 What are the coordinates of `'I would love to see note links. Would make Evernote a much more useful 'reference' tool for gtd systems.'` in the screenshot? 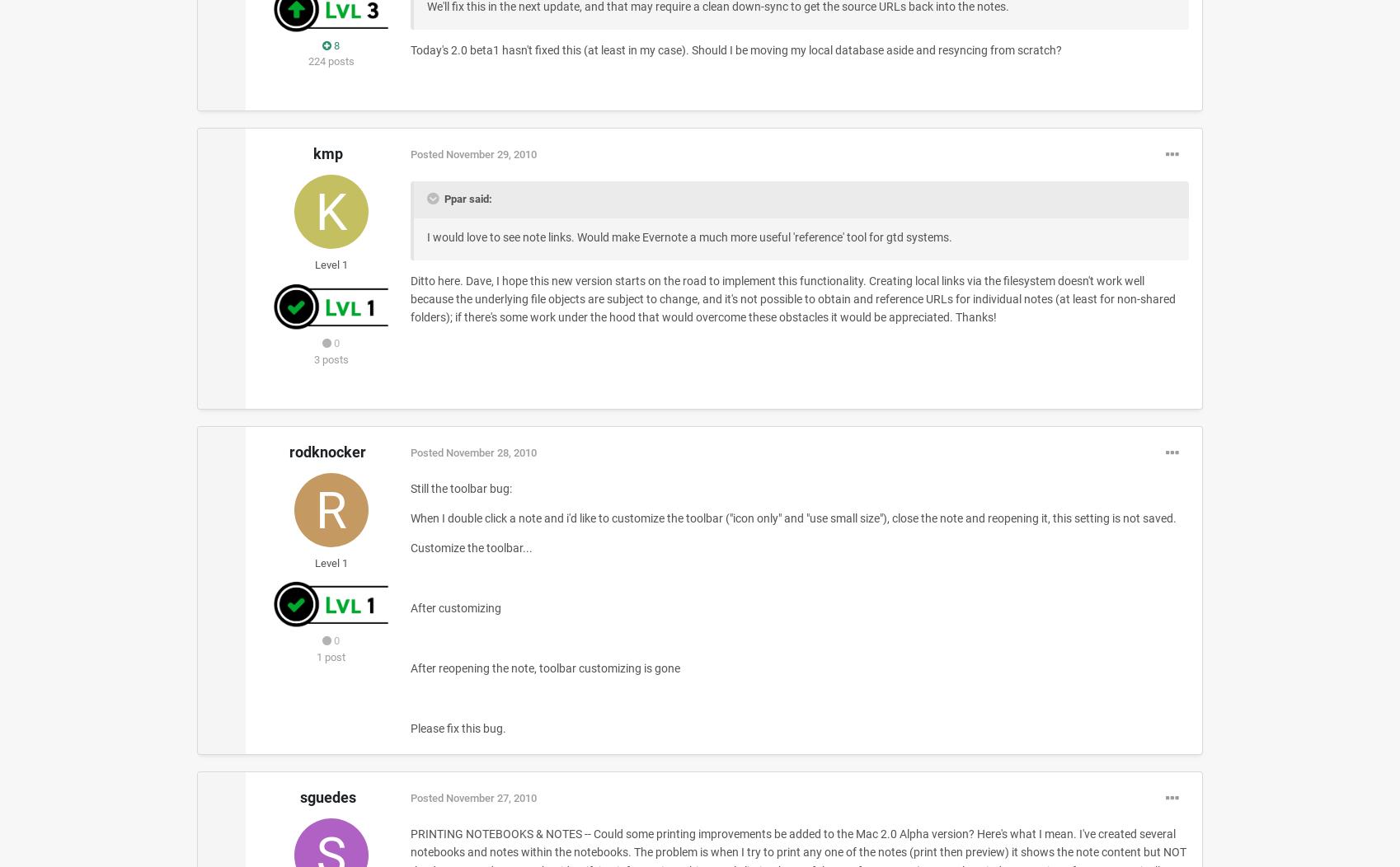 It's located at (688, 237).